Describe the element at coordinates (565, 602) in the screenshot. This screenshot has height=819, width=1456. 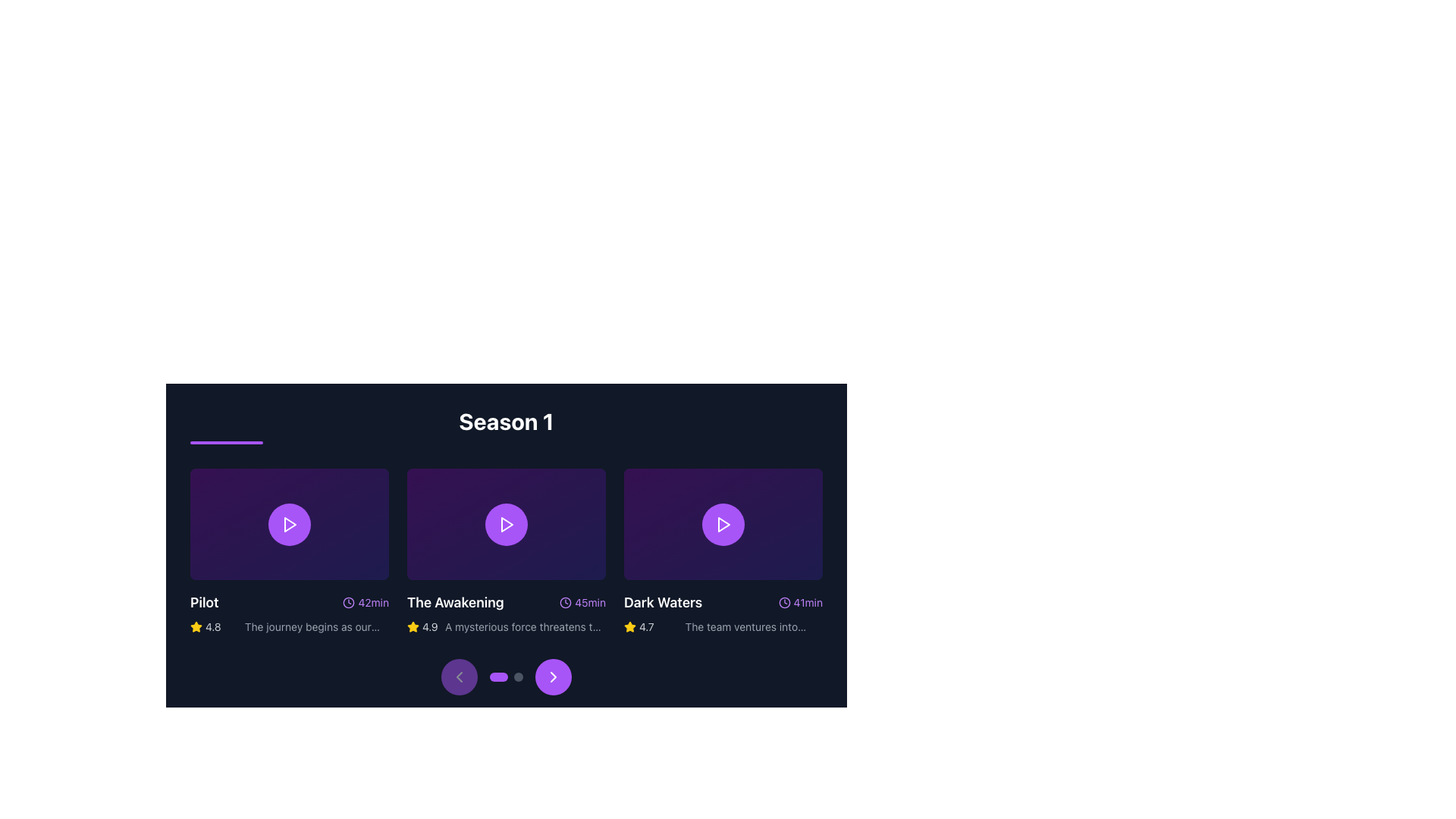
I see `the small circular clock icon, which is outlined in white against a dark background, located to the immediate left of the '45min' text label in the 'Season 1' section` at that location.